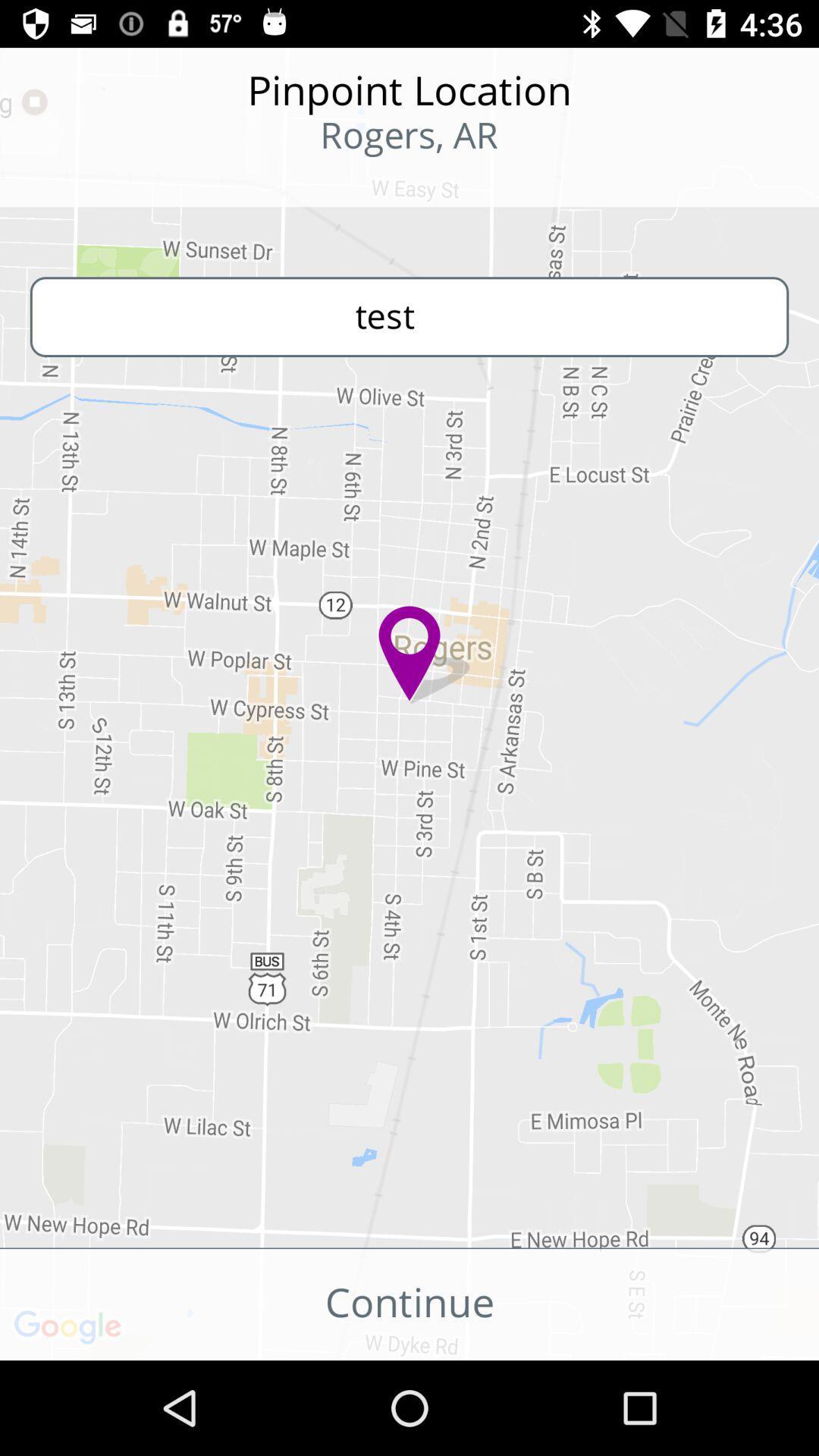 This screenshot has height=1456, width=819. What do you see at coordinates (409, 1304) in the screenshot?
I see `the continue icon` at bounding box center [409, 1304].